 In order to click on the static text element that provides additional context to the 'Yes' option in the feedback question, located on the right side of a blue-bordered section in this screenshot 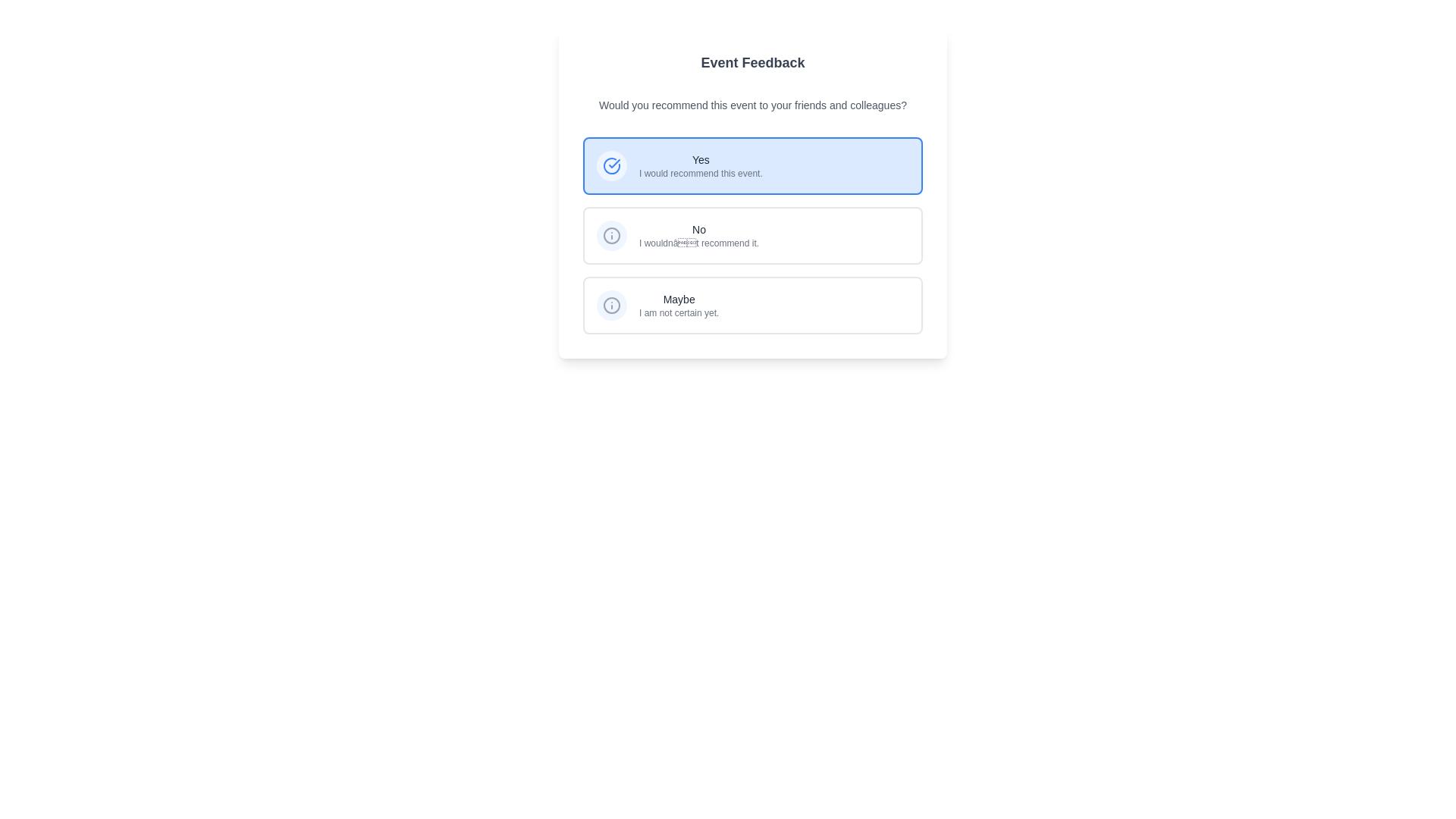, I will do `click(700, 172)`.